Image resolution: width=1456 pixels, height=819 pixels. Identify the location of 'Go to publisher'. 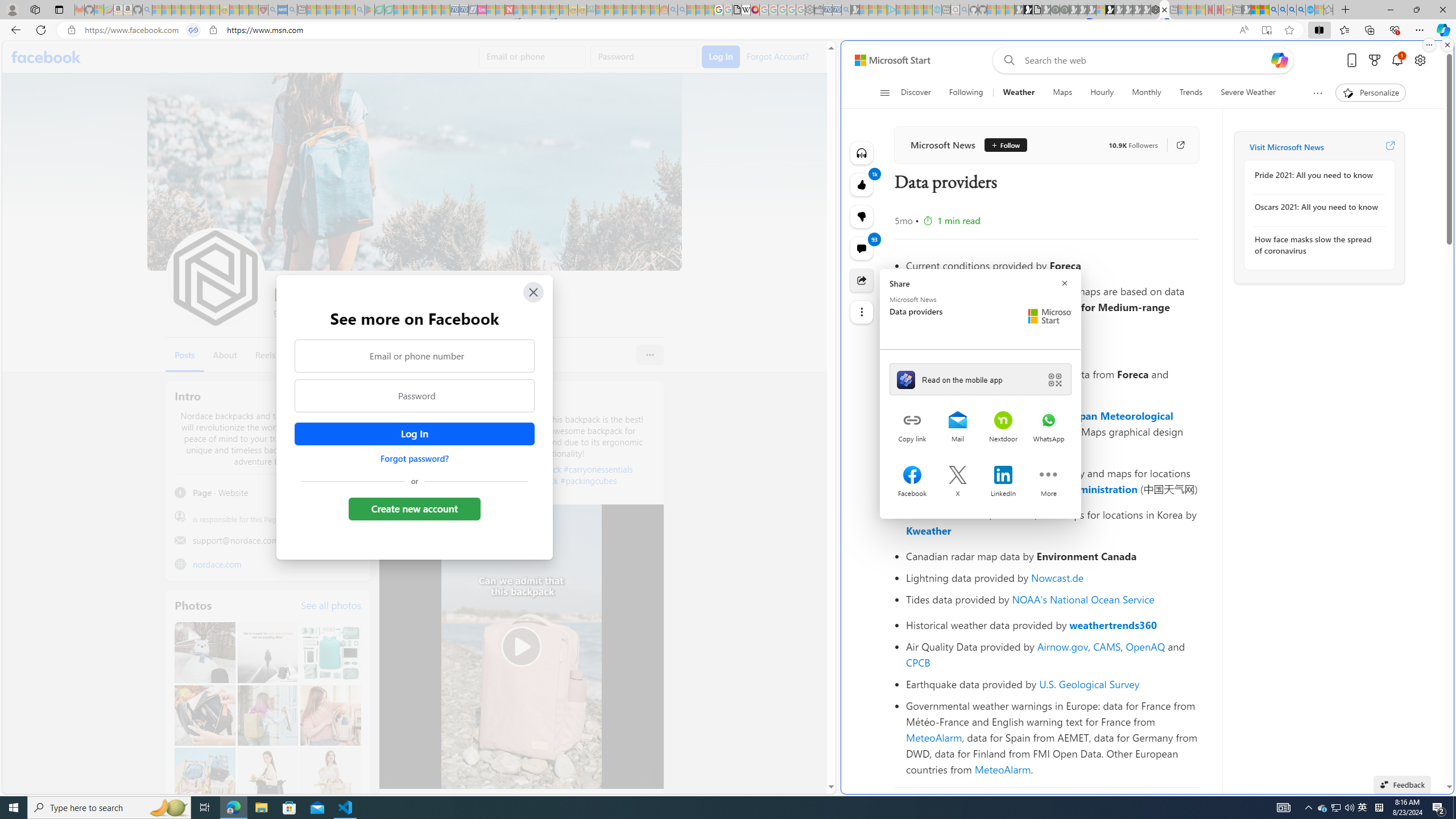
(1174, 144).